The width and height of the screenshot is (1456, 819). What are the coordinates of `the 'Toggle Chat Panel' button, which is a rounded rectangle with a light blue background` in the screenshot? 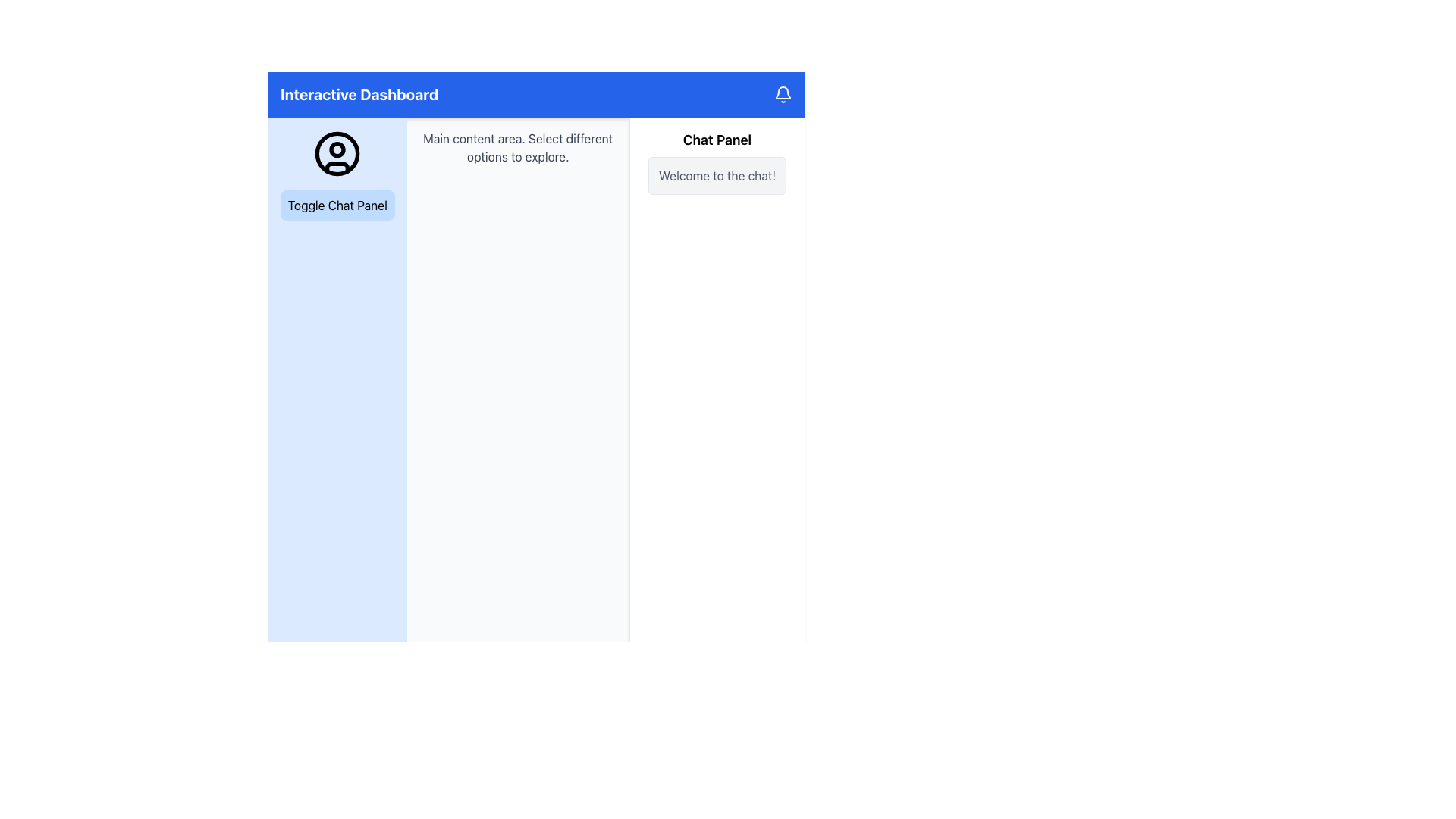 It's located at (337, 205).